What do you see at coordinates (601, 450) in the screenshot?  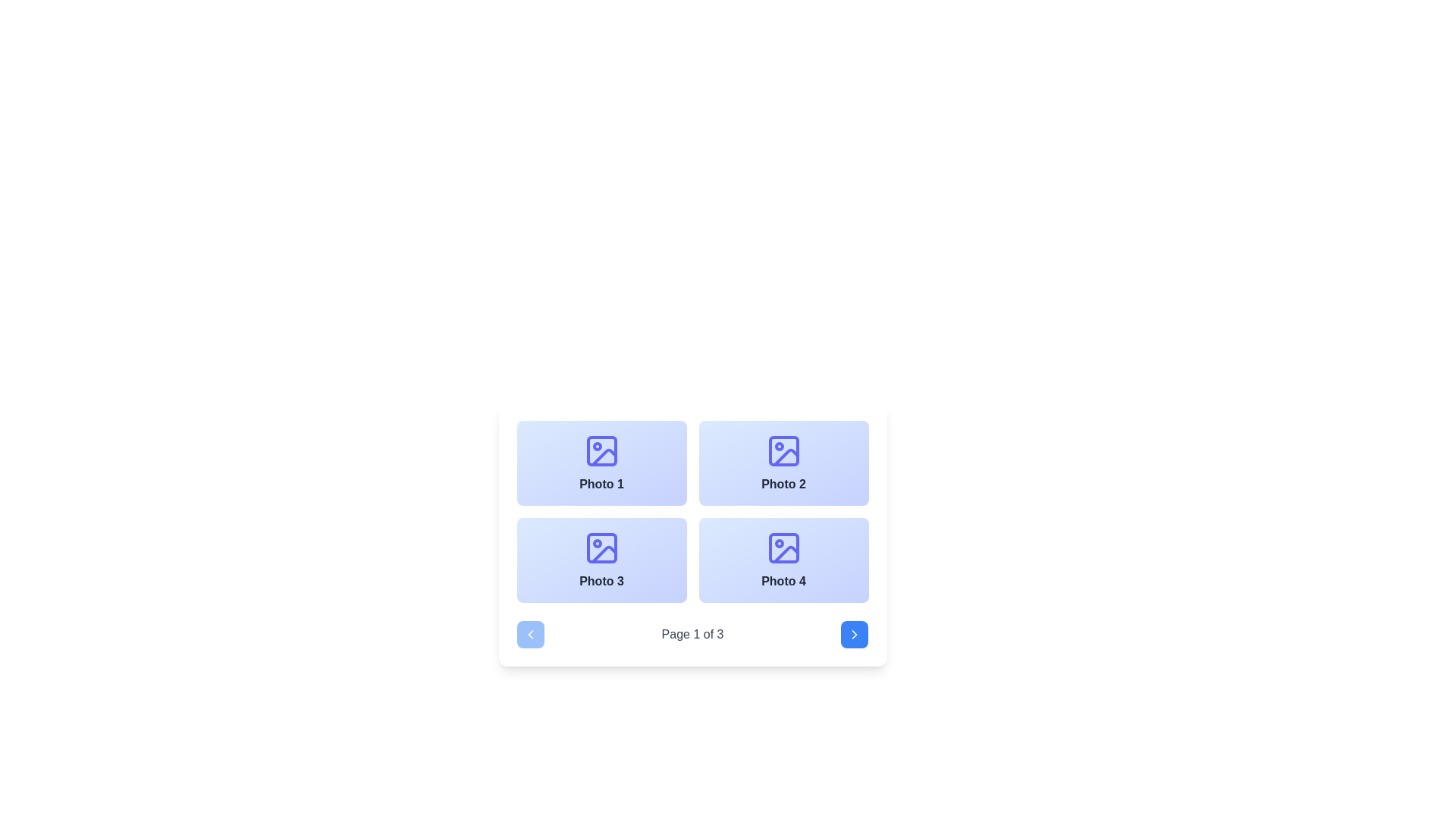 I see `the compact SVG icon representing an image, which is styled with a rounded rectangle, a small circle, and a diagonal line, located in the first card labeled 'Photo 1' in the upper-left quadrant of the interface` at bounding box center [601, 450].